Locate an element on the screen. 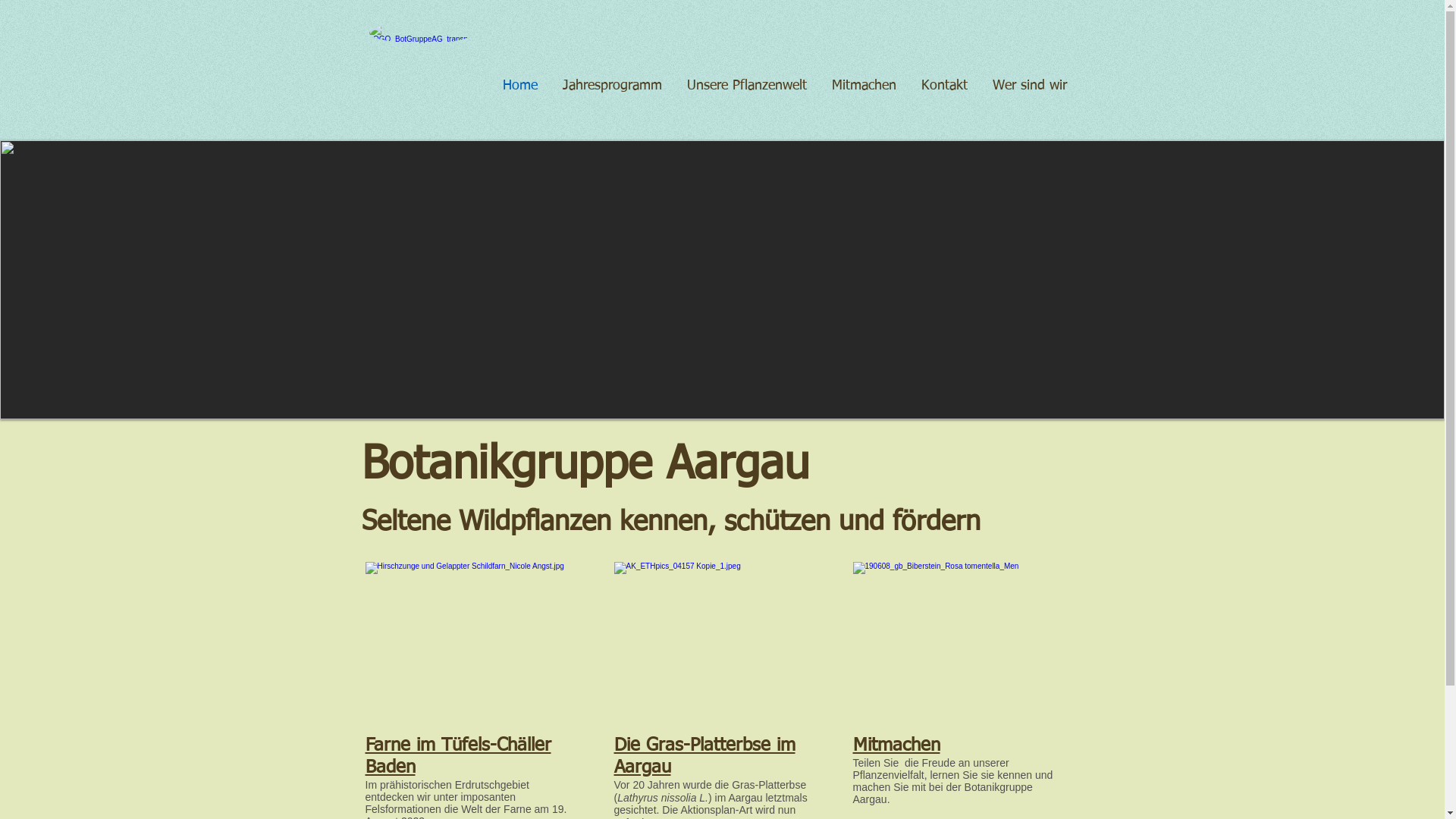 Image resolution: width=1456 pixels, height=819 pixels. 'Jahresprogramm' is located at coordinates (548, 86).